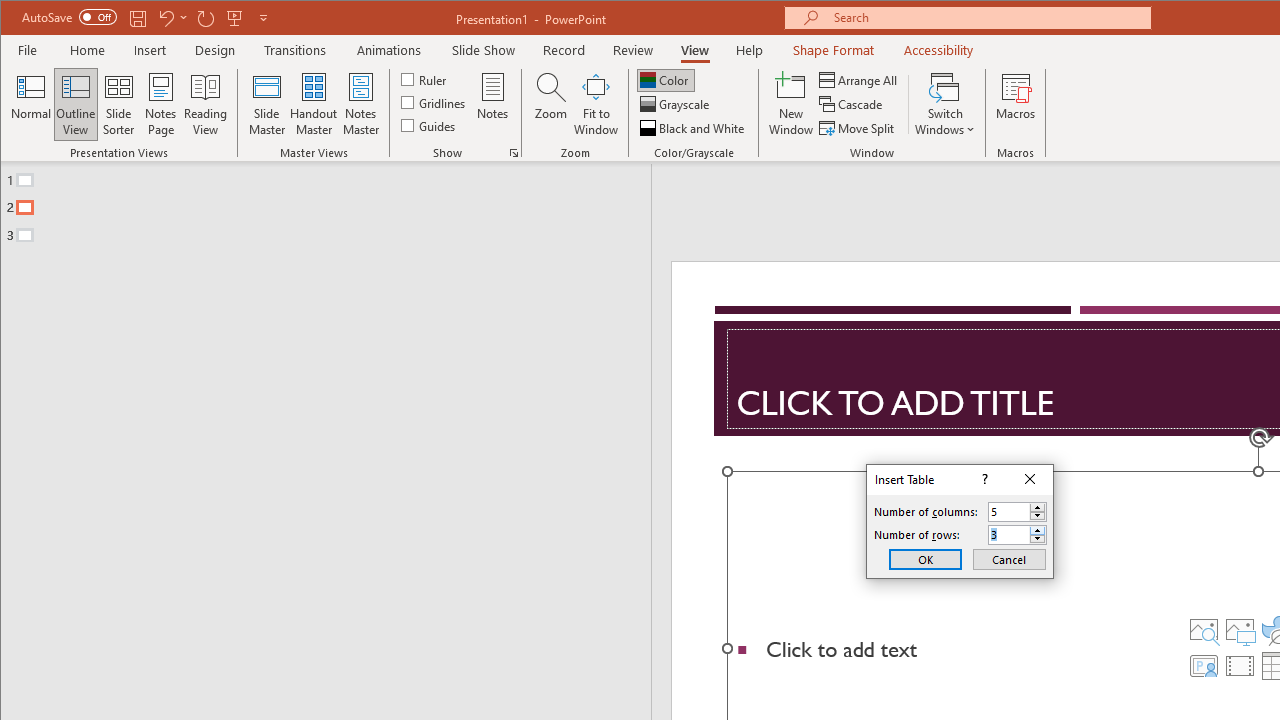 Image resolution: width=1280 pixels, height=720 pixels. What do you see at coordinates (595, 104) in the screenshot?
I see `'Fit to Window'` at bounding box center [595, 104].